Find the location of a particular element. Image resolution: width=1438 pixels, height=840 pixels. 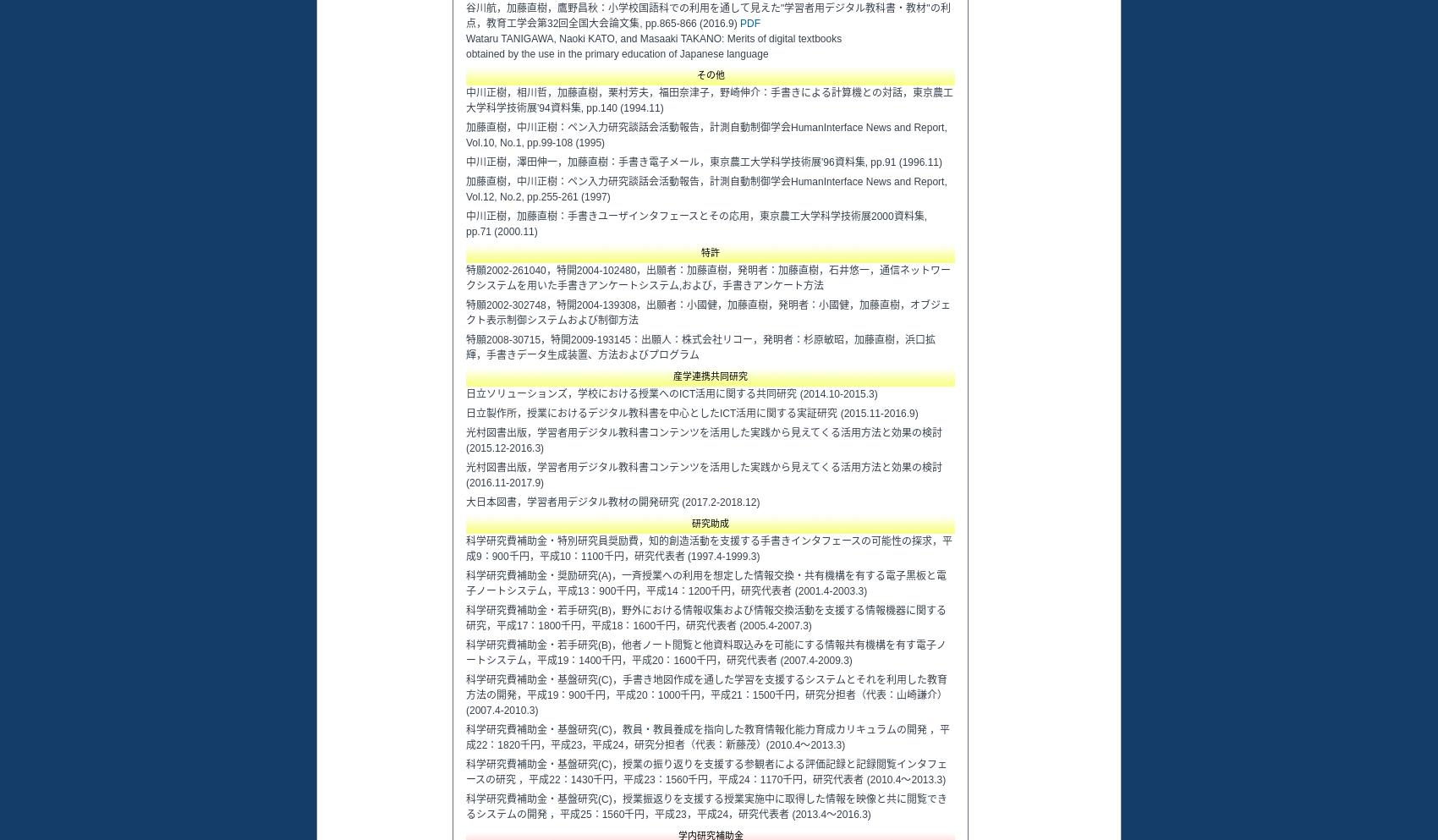

'日立製作所，授業におけるデジタル教科書を中心としたICT活用に関する実証研究 (2015.11-2016.9)' is located at coordinates (691, 412).